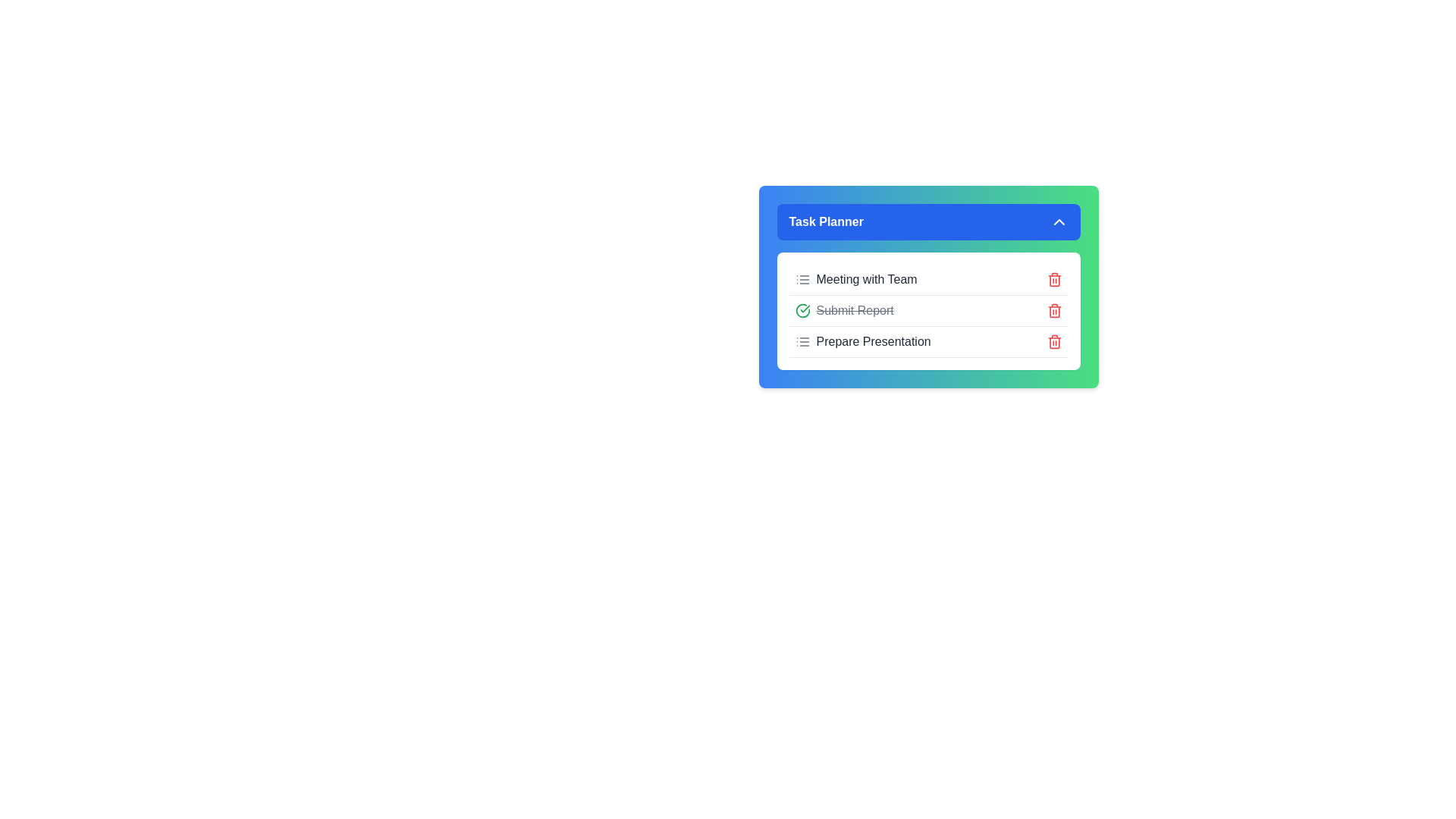 This screenshot has height=819, width=1456. What do you see at coordinates (1053, 280) in the screenshot?
I see `the delete icon for the task titled 'Meeting with Team'` at bounding box center [1053, 280].